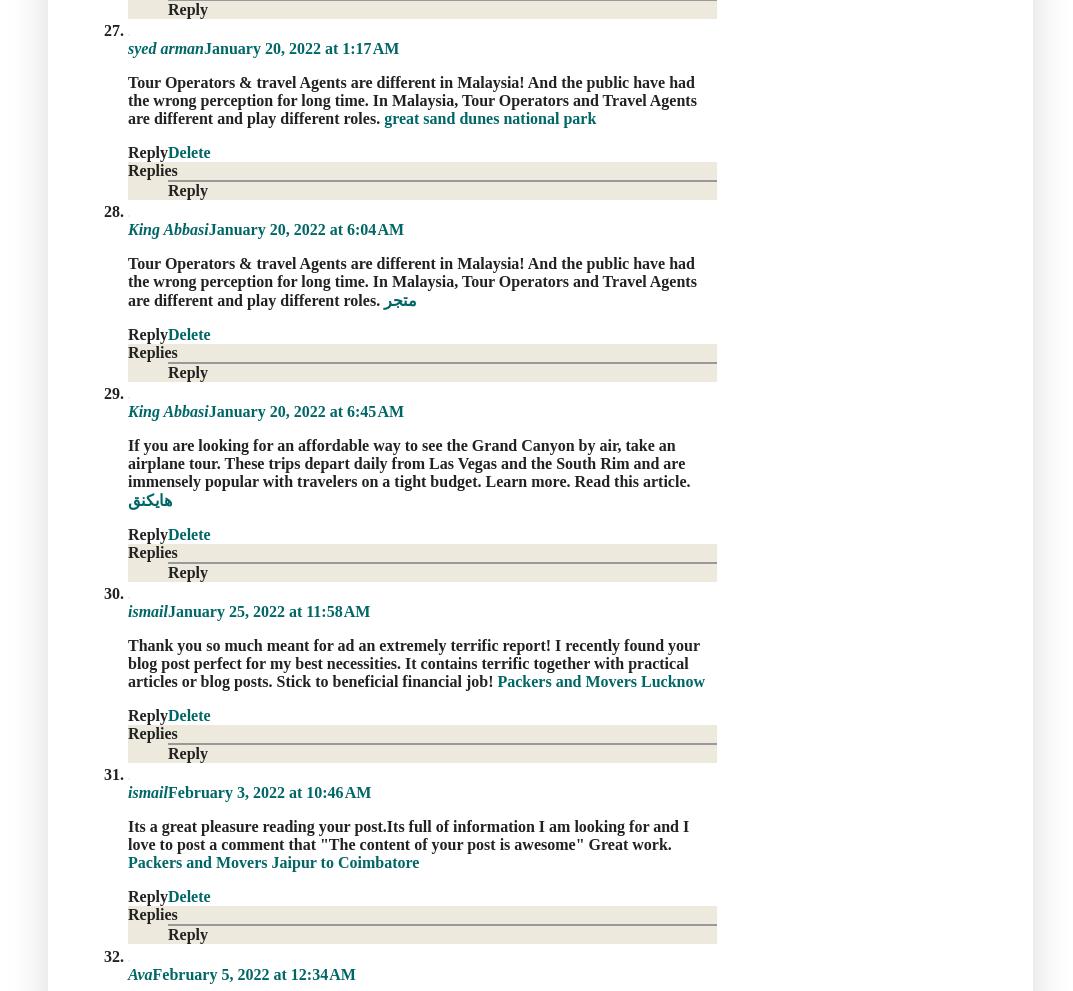 This screenshot has height=991, width=1073. I want to click on 'Its a great pleasure reading your post.Its full of information I am looking for and I love to post a comment that "The content of your post is awesome" Great work.', so click(407, 834).